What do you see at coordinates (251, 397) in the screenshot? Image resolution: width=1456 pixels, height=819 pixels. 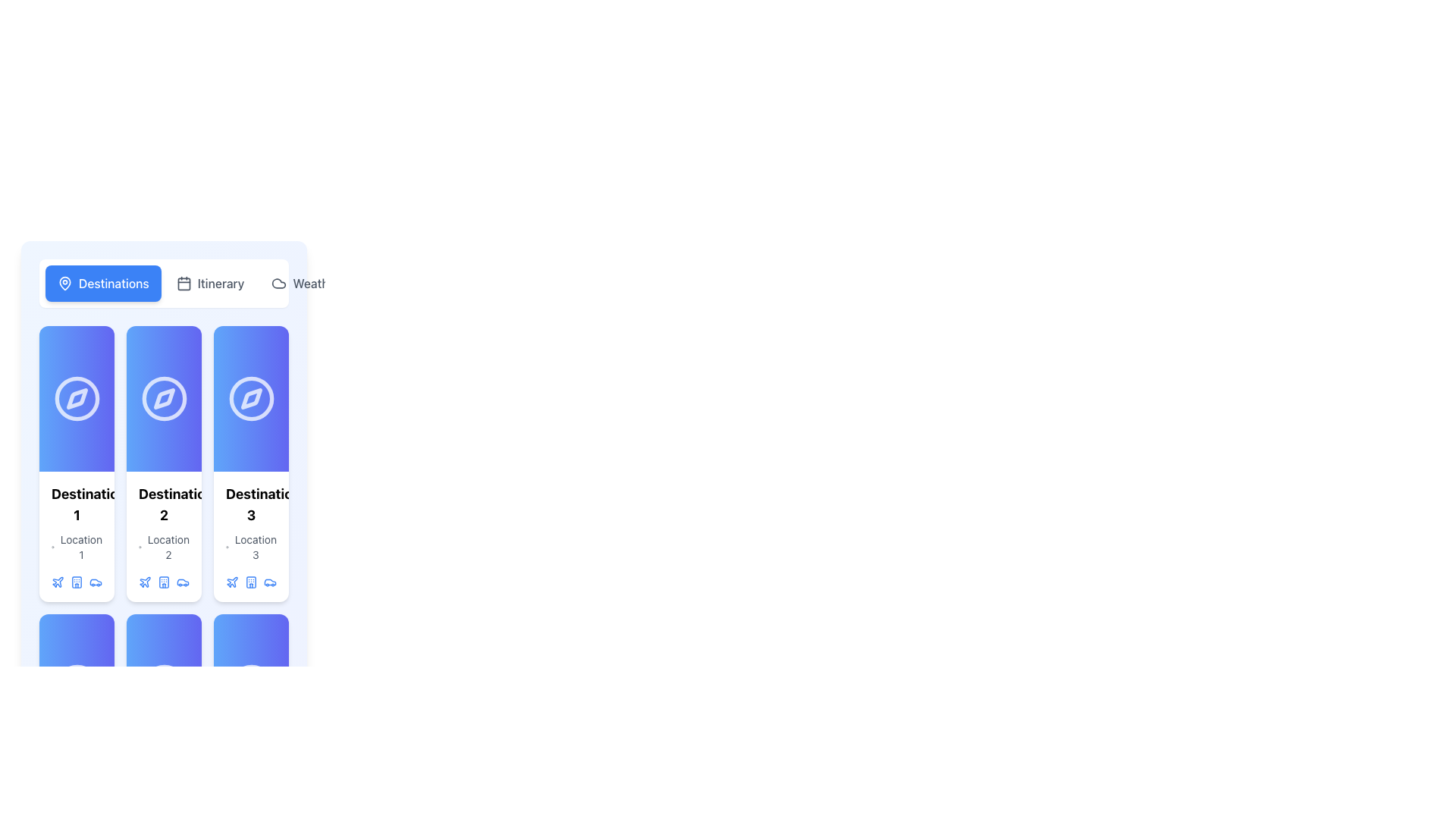 I see `the circular UI component with a compass design located in the third card column, centrally positioned above the 'Destination 3' label` at bounding box center [251, 397].